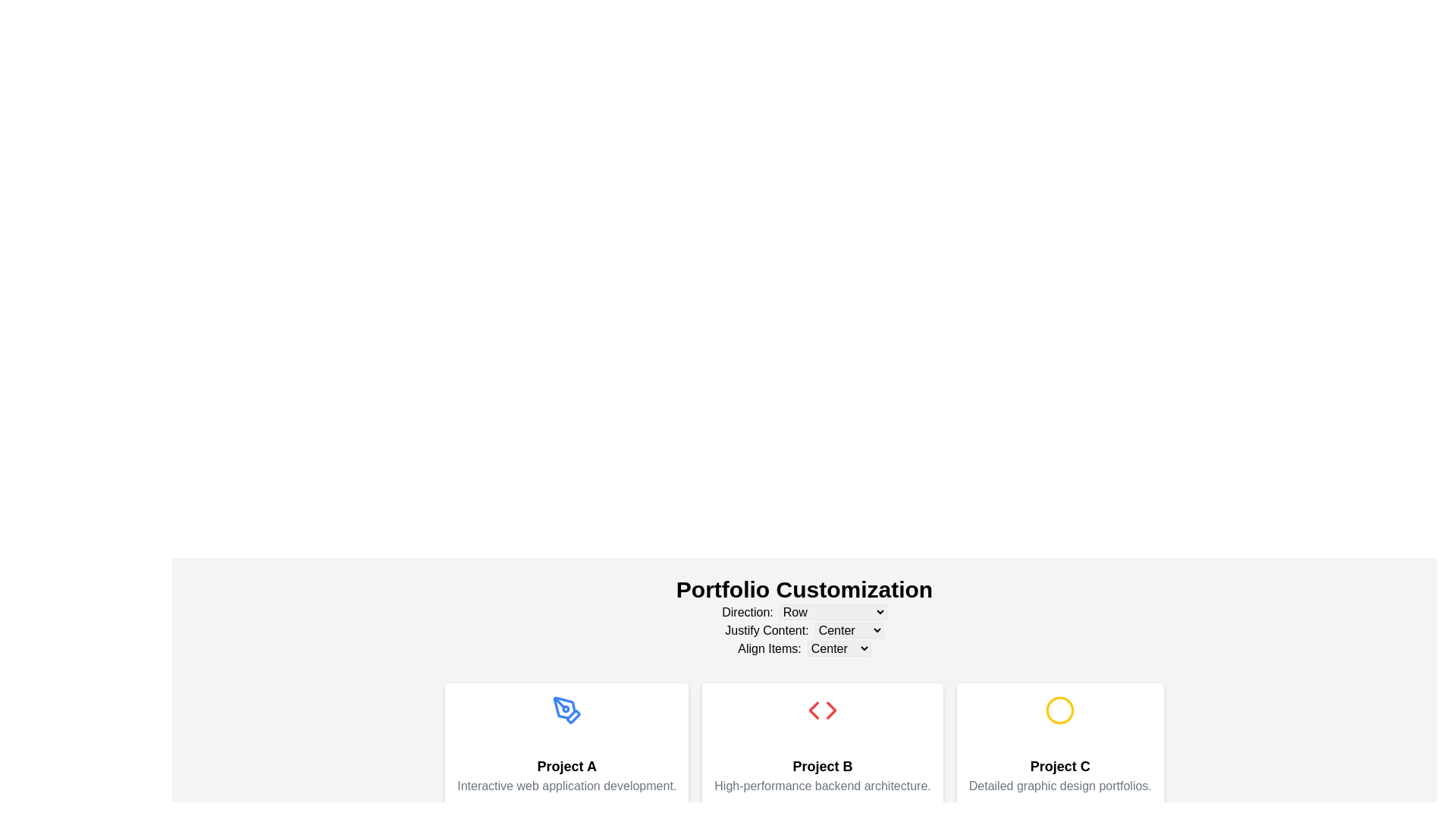  What do you see at coordinates (573, 717) in the screenshot?
I see `the topmost part of the pen tool icon, which is part of the decorative graphic for 'Project A', located on the leftmost card in a row of three` at bounding box center [573, 717].